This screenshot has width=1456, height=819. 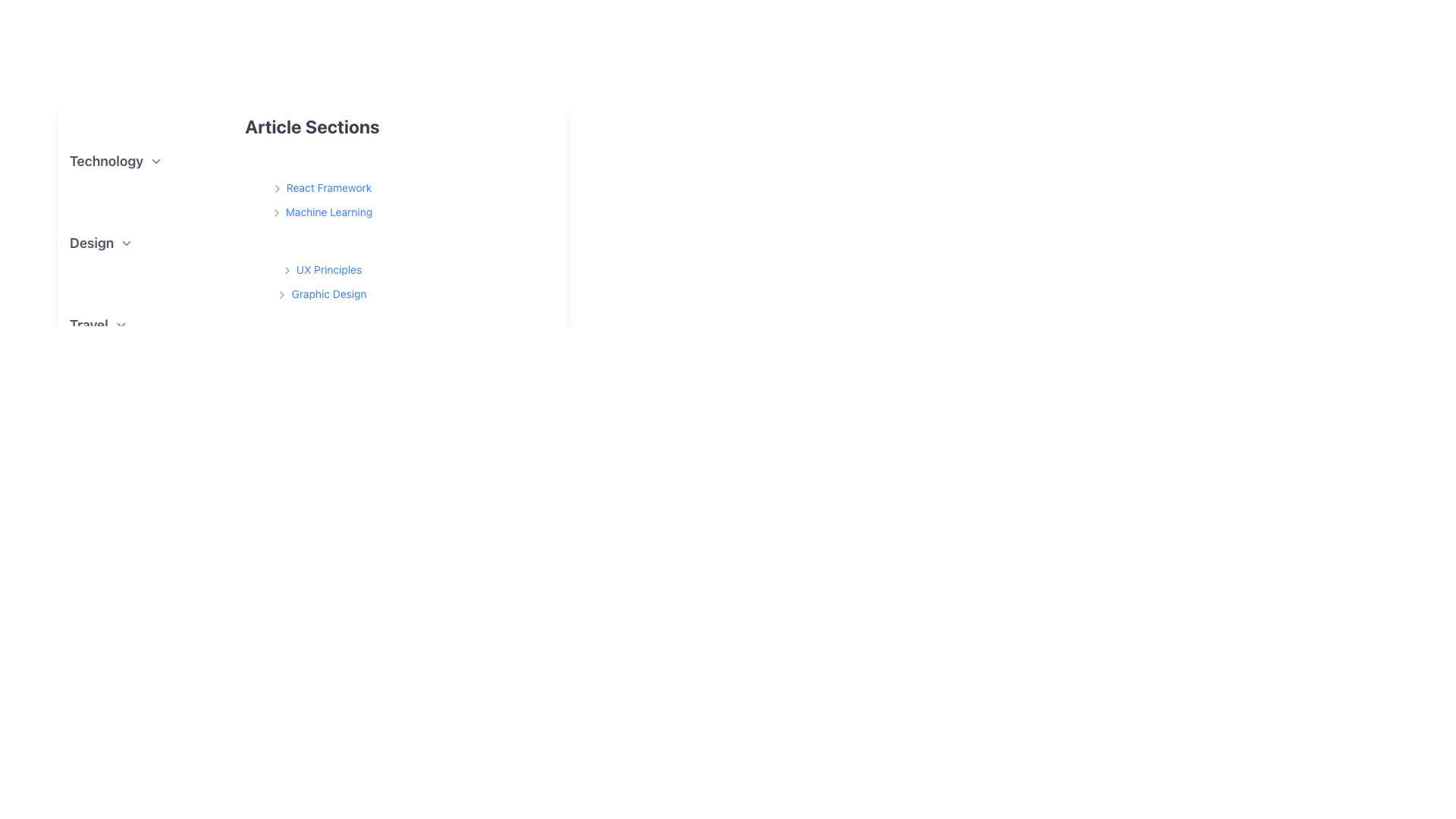 What do you see at coordinates (320, 293) in the screenshot?
I see `the 'Graphic Design' hyperlink, which is styled in blue and accompanied by a right-pointing chevron icon, located under the 'Design' category as the second item` at bounding box center [320, 293].